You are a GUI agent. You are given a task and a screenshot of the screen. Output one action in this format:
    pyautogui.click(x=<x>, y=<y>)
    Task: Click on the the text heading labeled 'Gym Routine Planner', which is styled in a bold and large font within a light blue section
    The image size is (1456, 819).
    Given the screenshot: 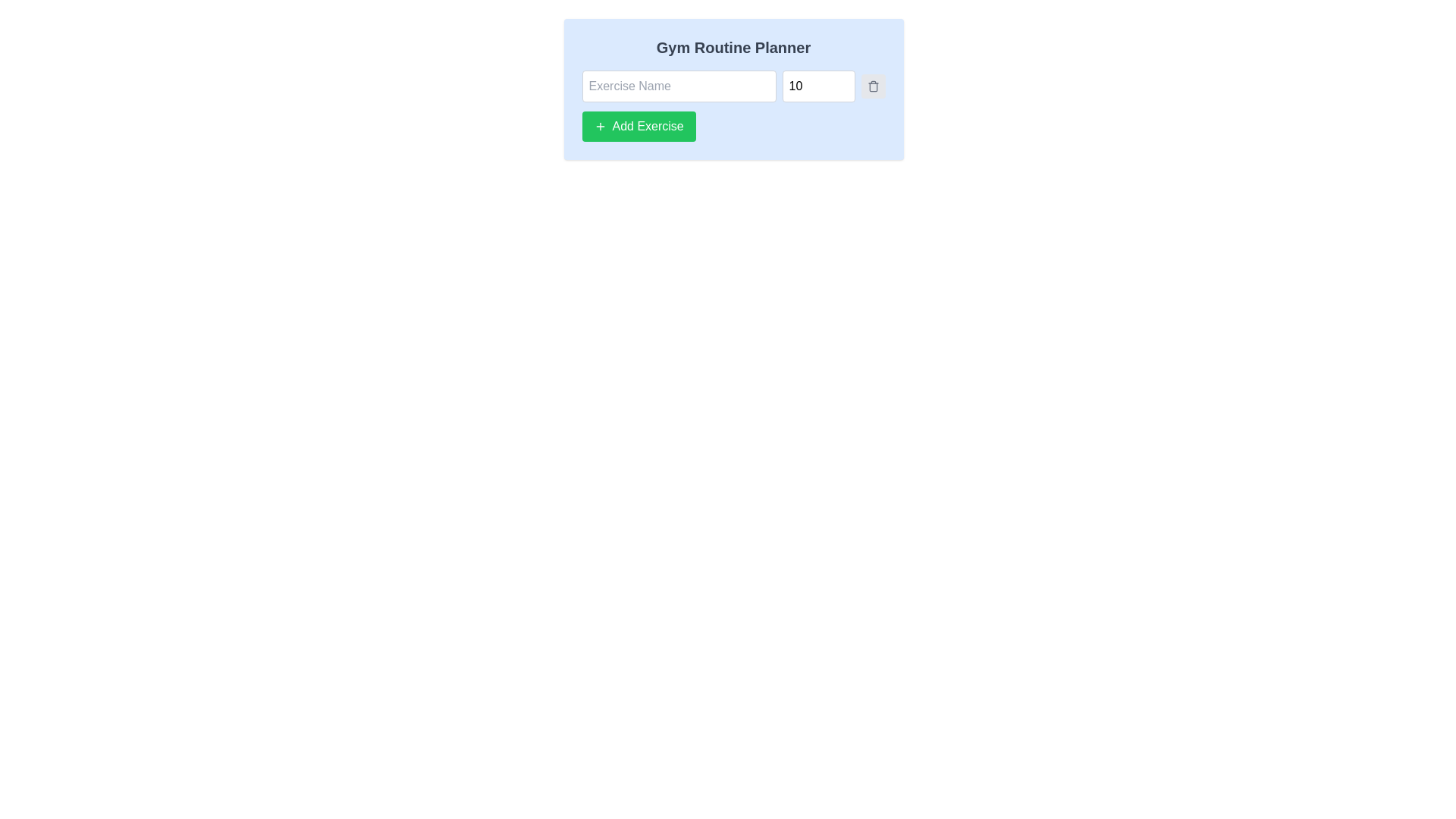 What is the action you would take?
    pyautogui.click(x=733, y=46)
    